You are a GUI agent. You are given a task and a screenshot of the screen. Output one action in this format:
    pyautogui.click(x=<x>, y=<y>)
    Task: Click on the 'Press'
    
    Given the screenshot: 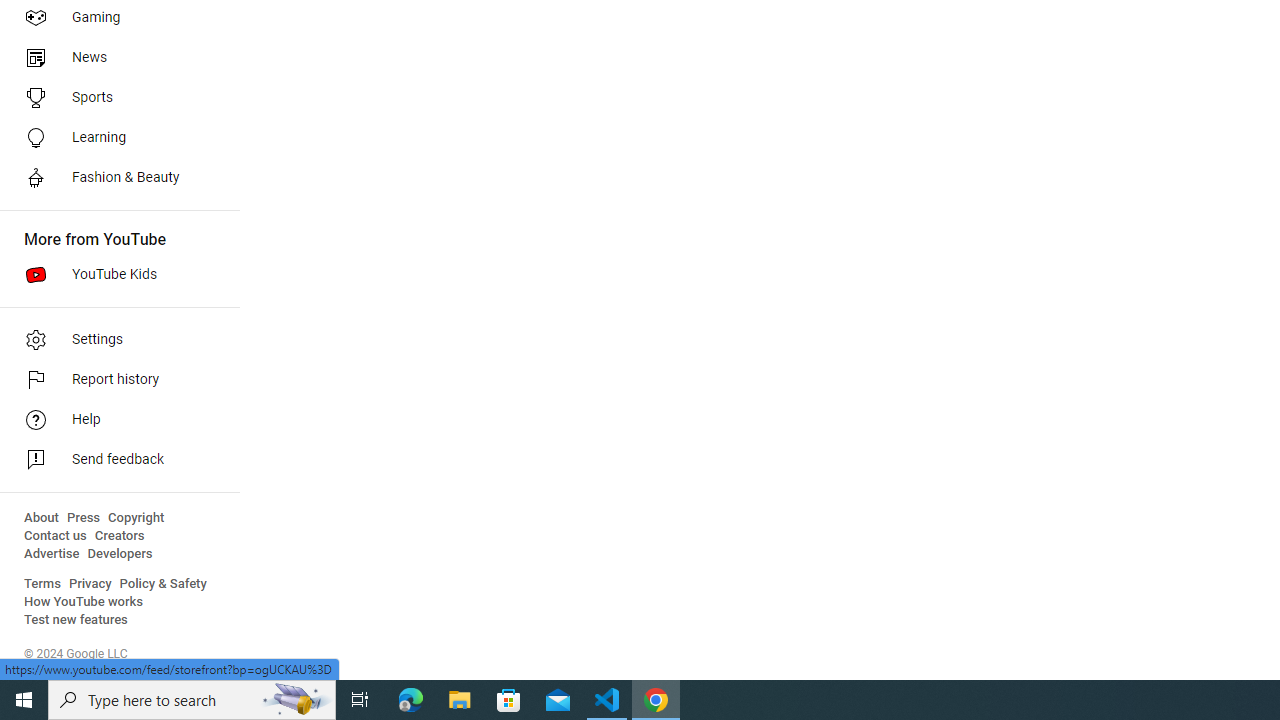 What is the action you would take?
    pyautogui.click(x=82, y=517)
    